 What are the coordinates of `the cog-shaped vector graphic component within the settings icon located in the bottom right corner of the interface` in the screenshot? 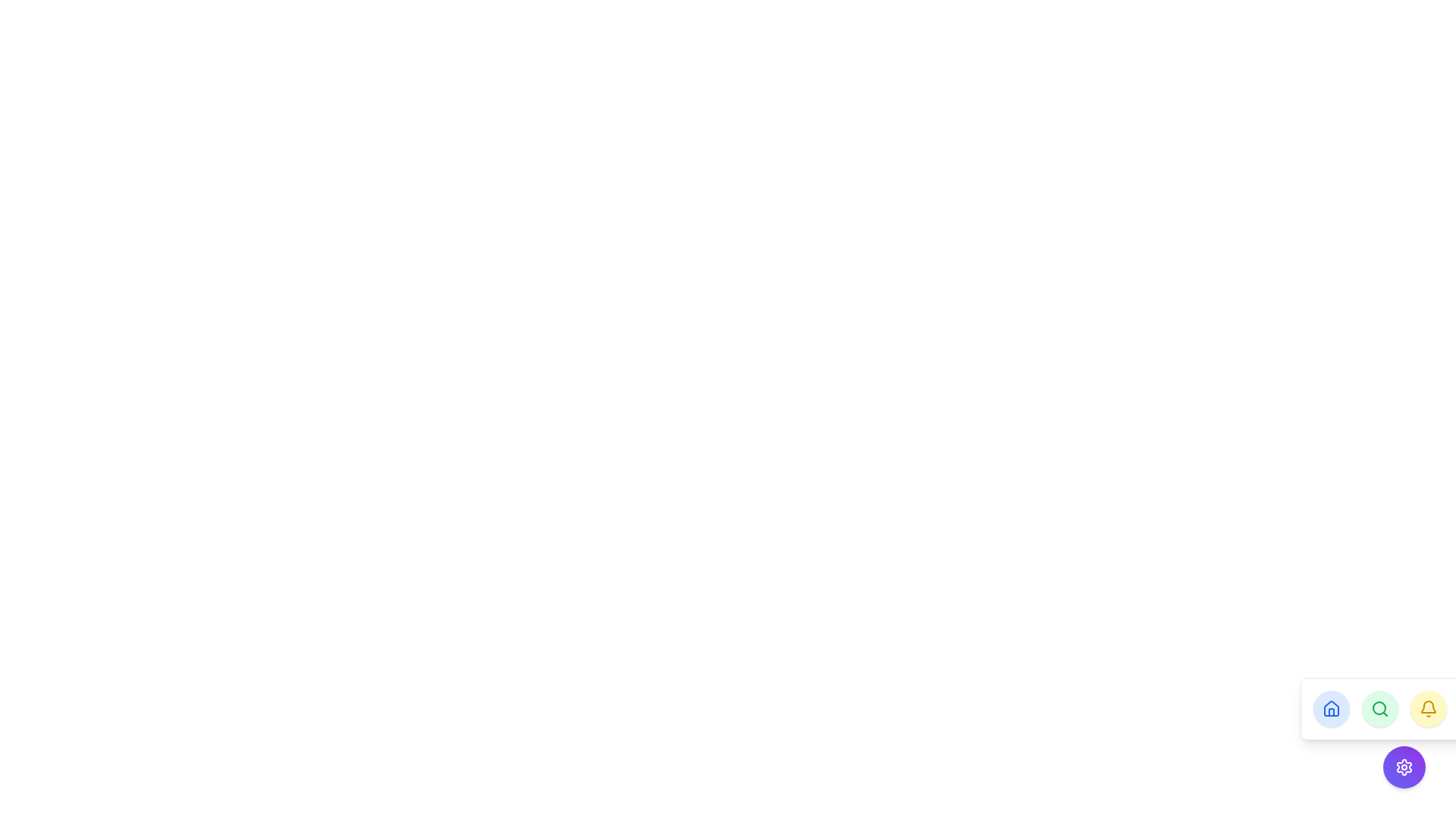 It's located at (1404, 767).